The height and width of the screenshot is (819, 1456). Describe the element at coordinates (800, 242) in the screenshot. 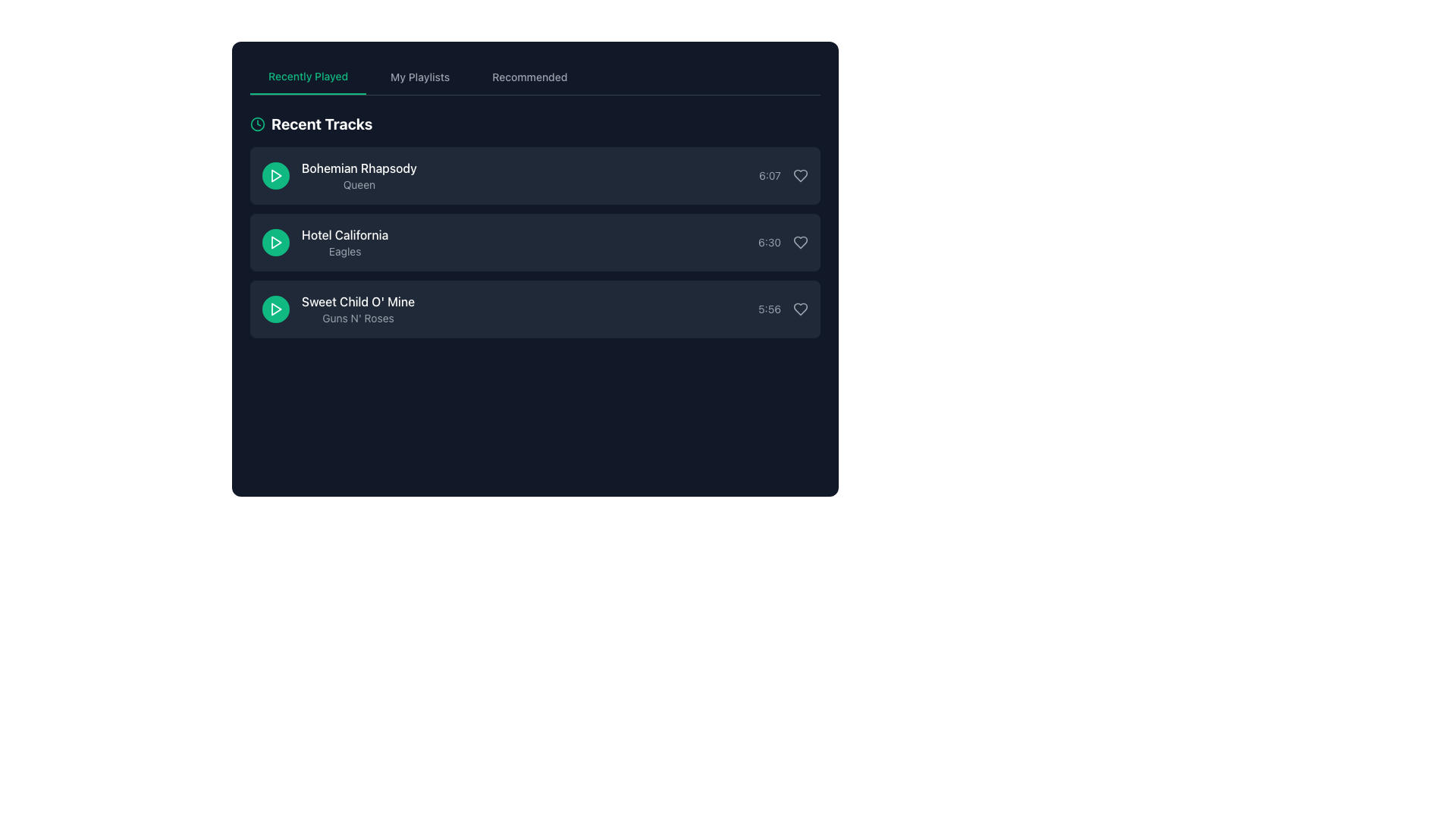

I see `the favorite icon located in the second row of the 'Recent Tracks' section, positioned to the far right adjacent to the time text '6:30'` at that location.